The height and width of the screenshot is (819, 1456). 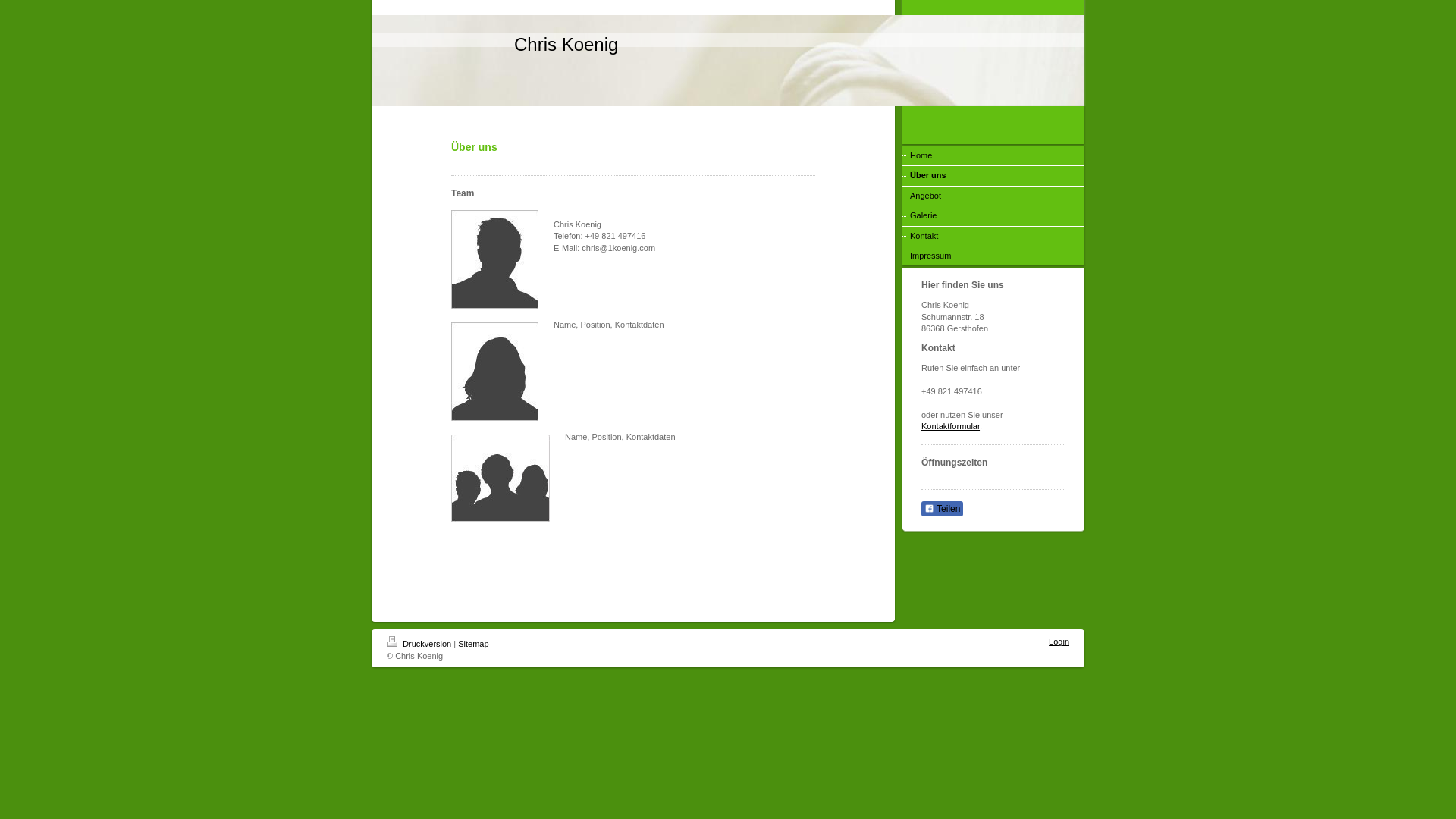 I want to click on 'Login', so click(x=1058, y=641).